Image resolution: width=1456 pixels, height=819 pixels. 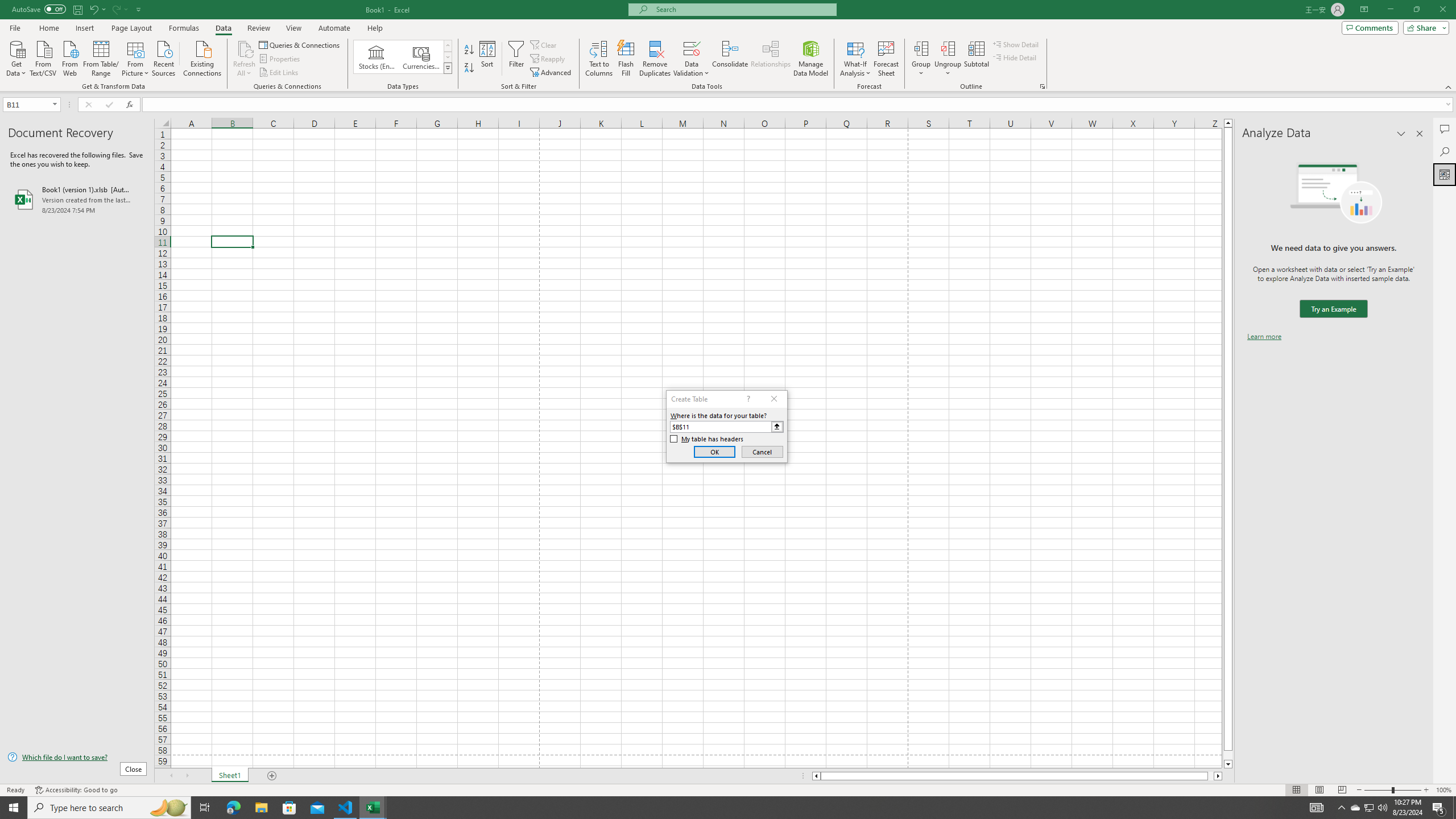 I want to click on 'Data Validation...', so click(x=691, y=48).